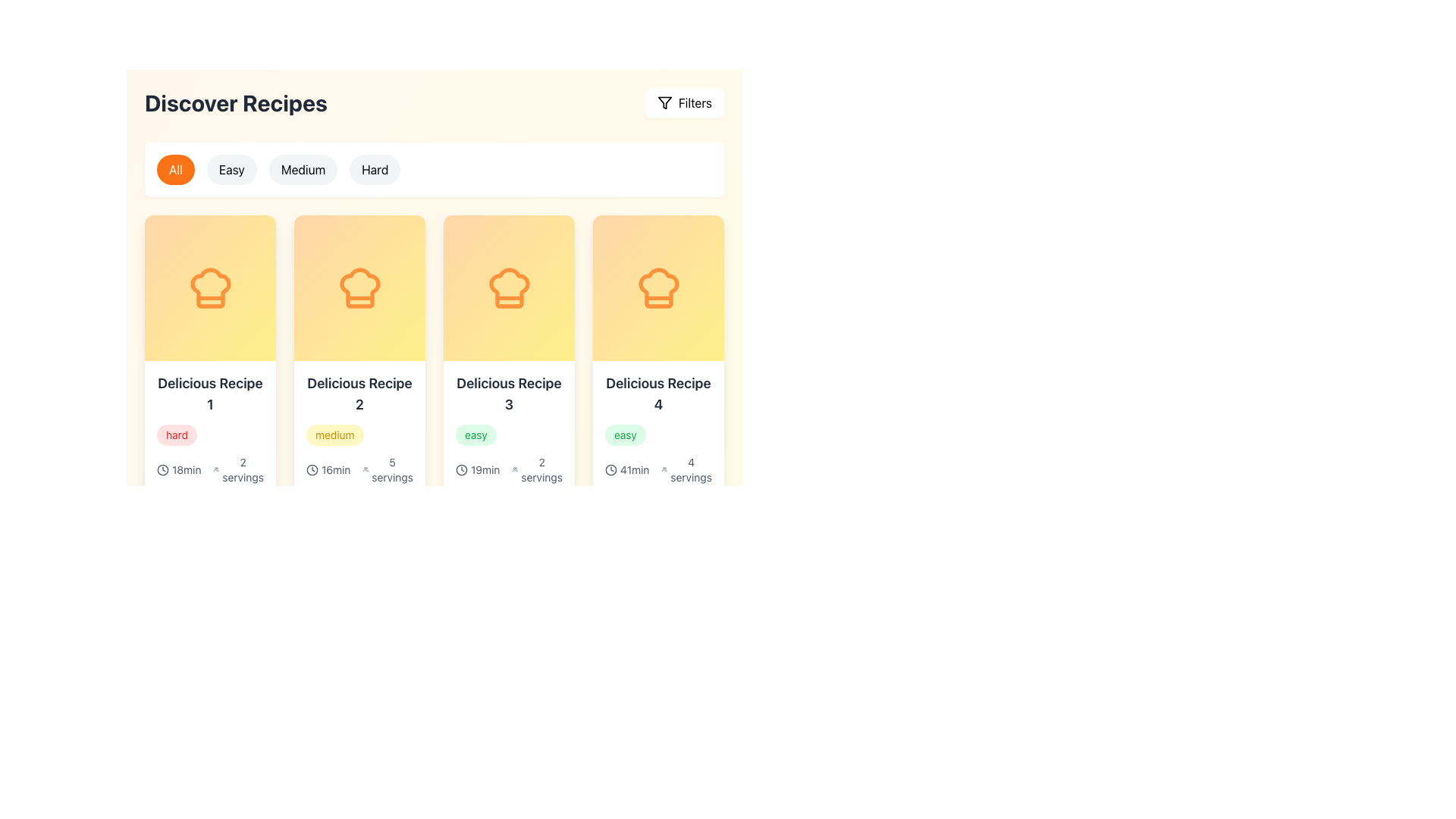 The image size is (1456, 819). Describe the element at coordinates (215, 469) in the screenshot. I see `the serving size information icon located to the left of the '2 servings' text in the first recipe card` at that location.